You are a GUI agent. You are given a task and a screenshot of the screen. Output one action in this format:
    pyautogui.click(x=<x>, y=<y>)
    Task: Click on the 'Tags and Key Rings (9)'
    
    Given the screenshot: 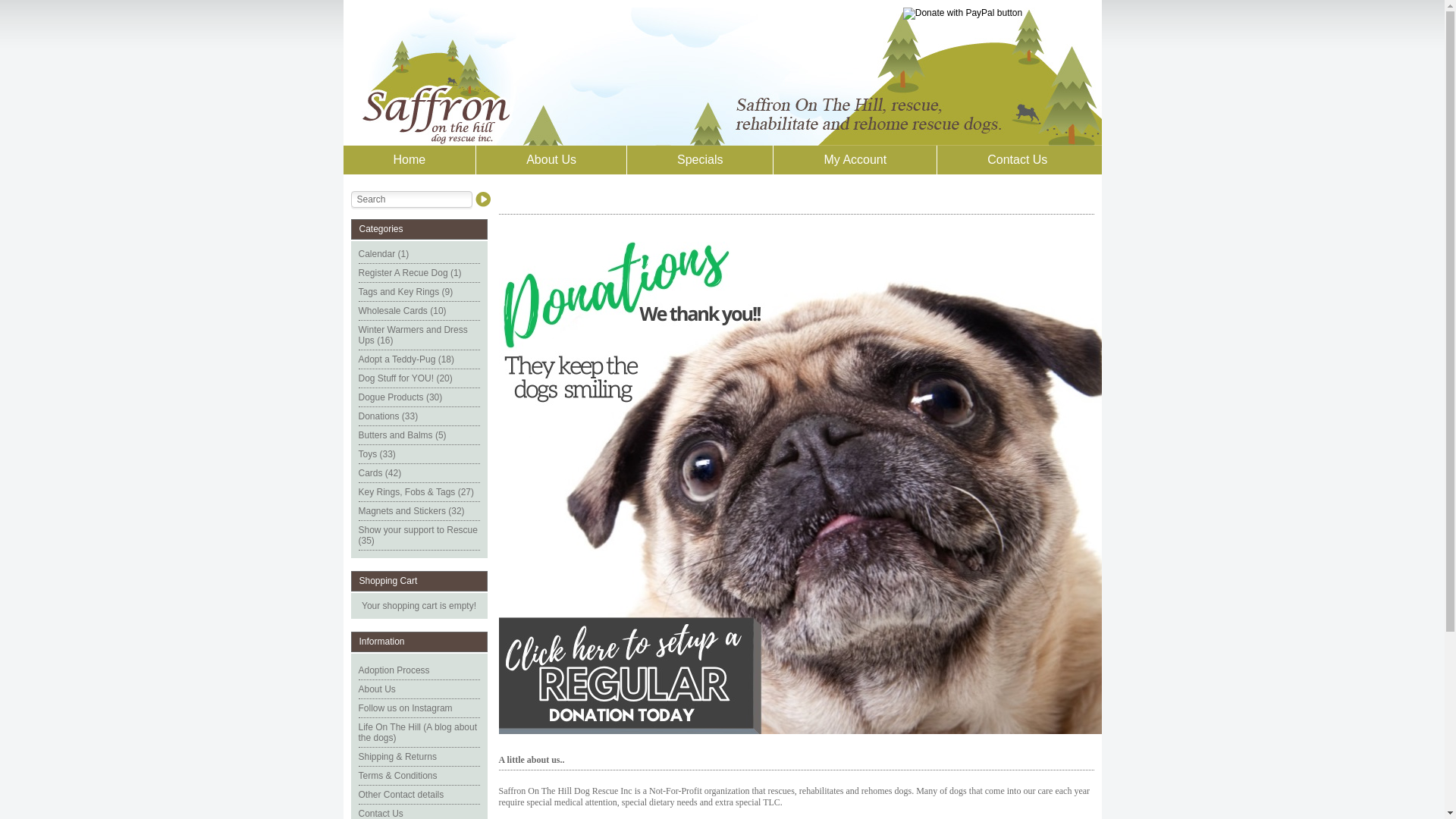 What is the action you would take?
    pyautogui.click(x=405, y=292)
    